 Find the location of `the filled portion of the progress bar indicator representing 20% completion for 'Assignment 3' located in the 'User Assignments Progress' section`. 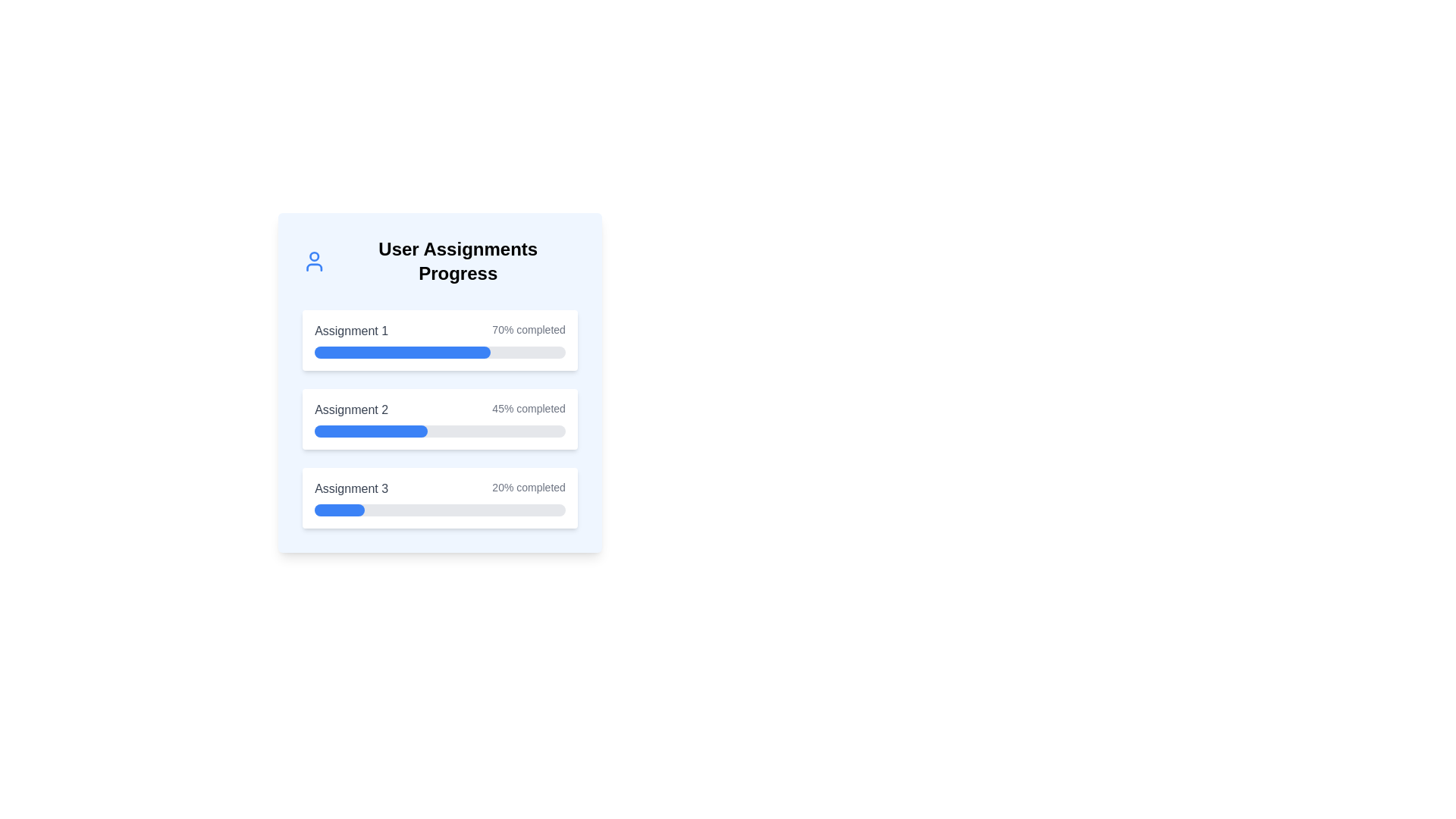

the filled portion of the progress bar indicator representing 20% completion for 'Assignment 3' located in the 'User Assignments Progress' section is located at coordinates (339, 510).